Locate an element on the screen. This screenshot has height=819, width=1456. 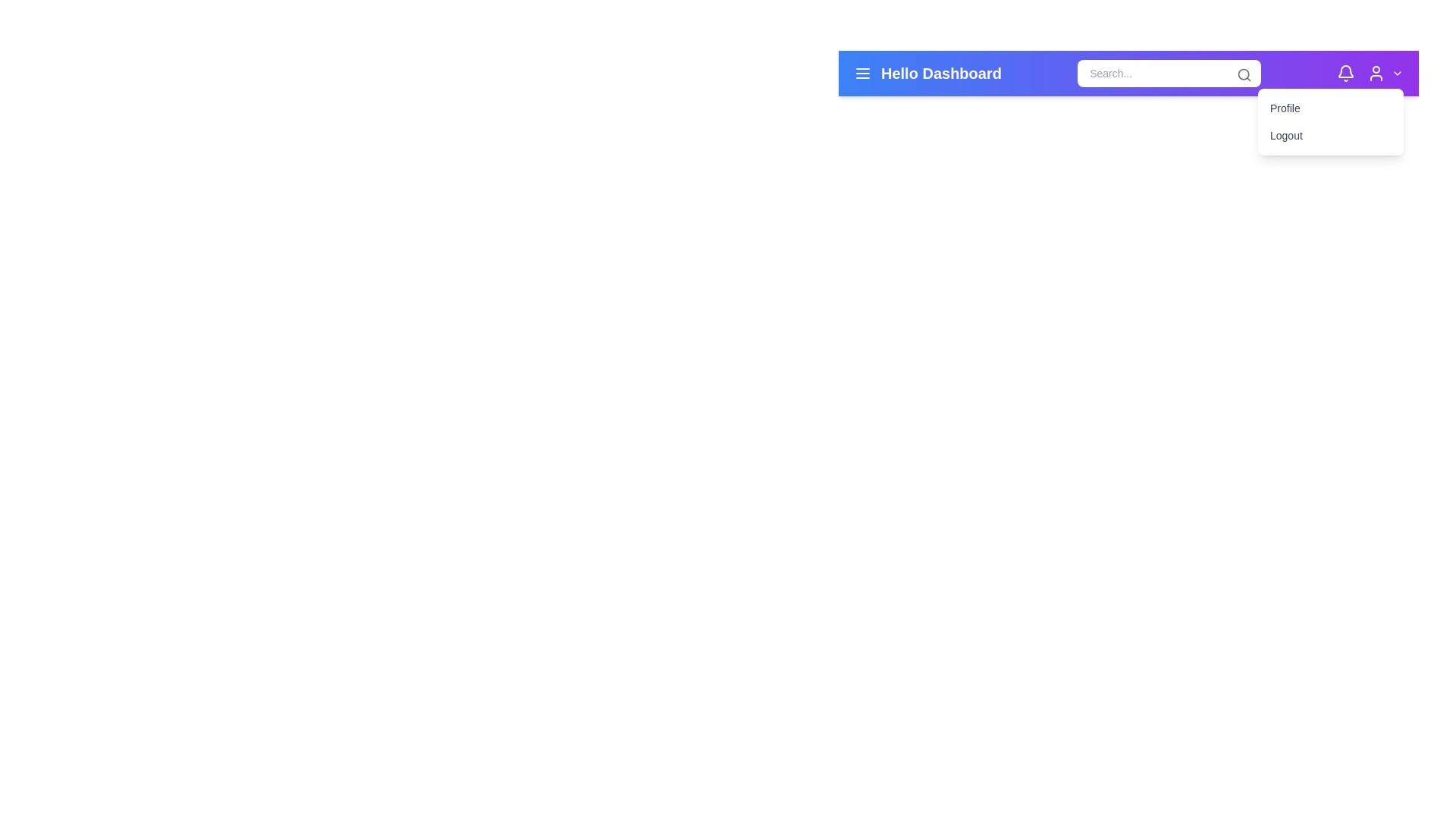
the menu toggle button located in the top navigation bar, leftmost among its siblings, adjacent is located at coordinates (862, 73).